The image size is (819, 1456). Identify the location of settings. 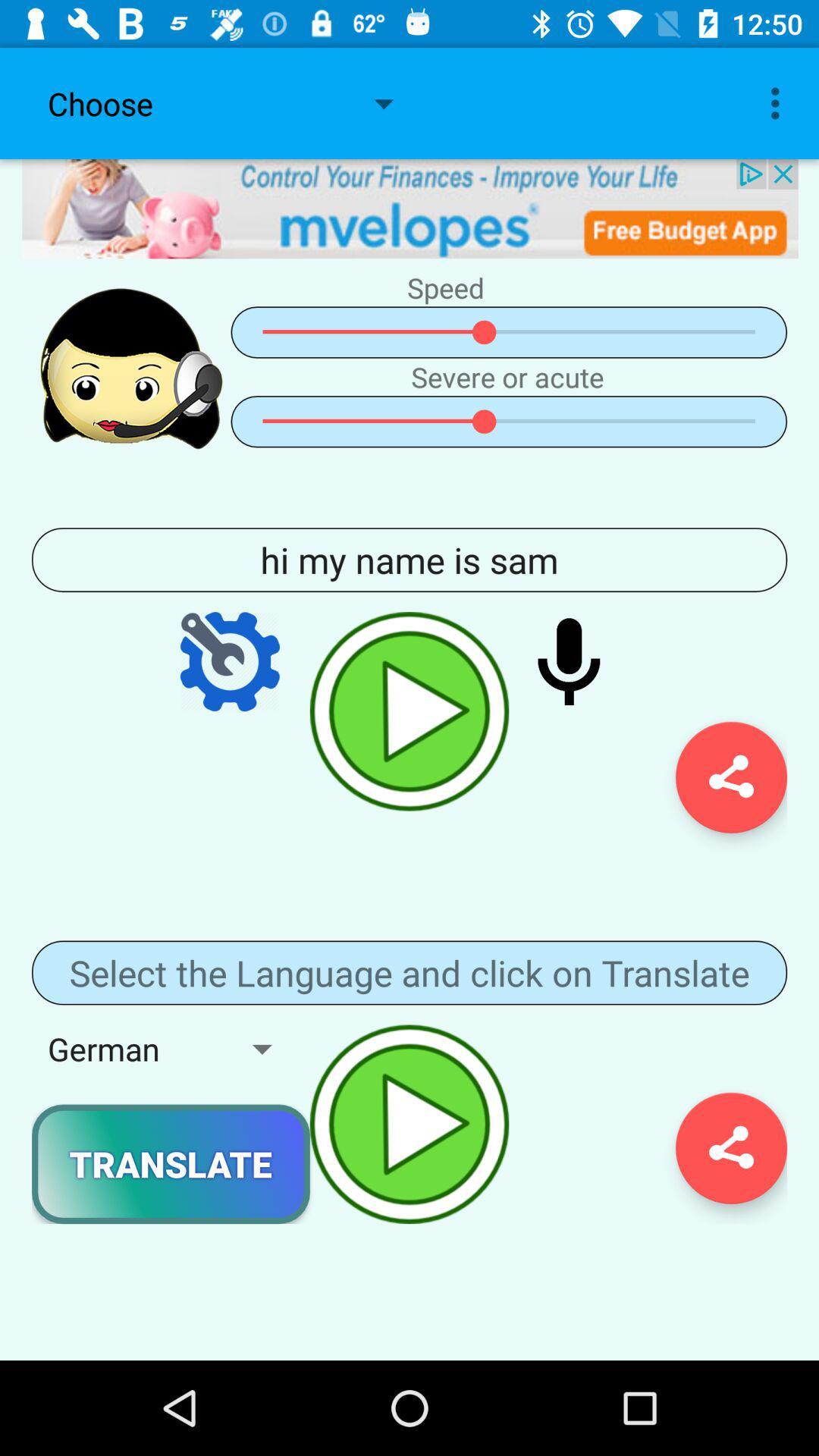
(230, 661).